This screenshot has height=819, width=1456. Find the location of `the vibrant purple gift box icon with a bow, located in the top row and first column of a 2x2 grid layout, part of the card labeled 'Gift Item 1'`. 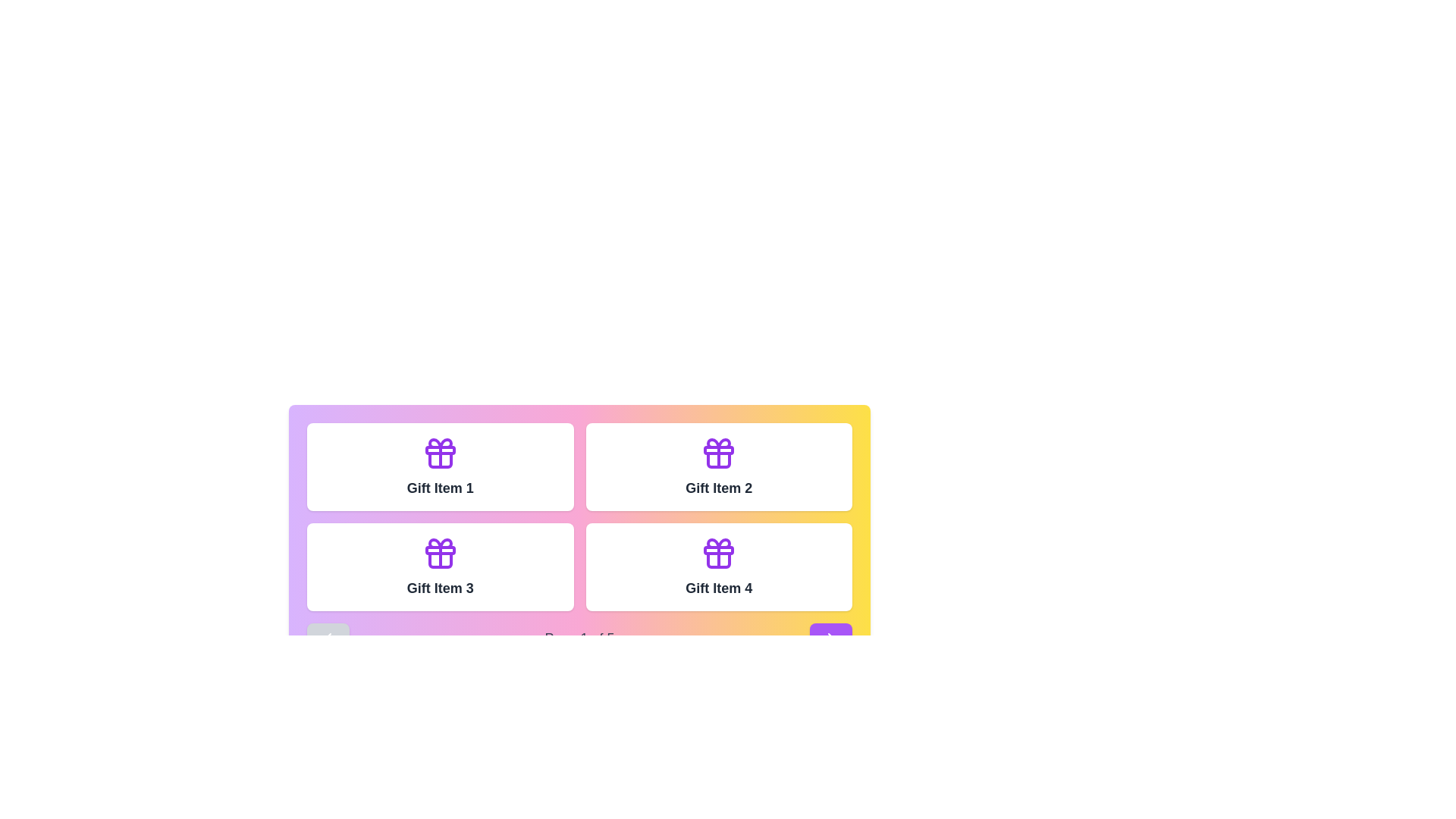

the vibrant purple gift box icon with a bow, located in the top row and first column of a 2x2 grid layout, part of the card labeled 'Gift Item 1' is located at coordinates (439, 452).